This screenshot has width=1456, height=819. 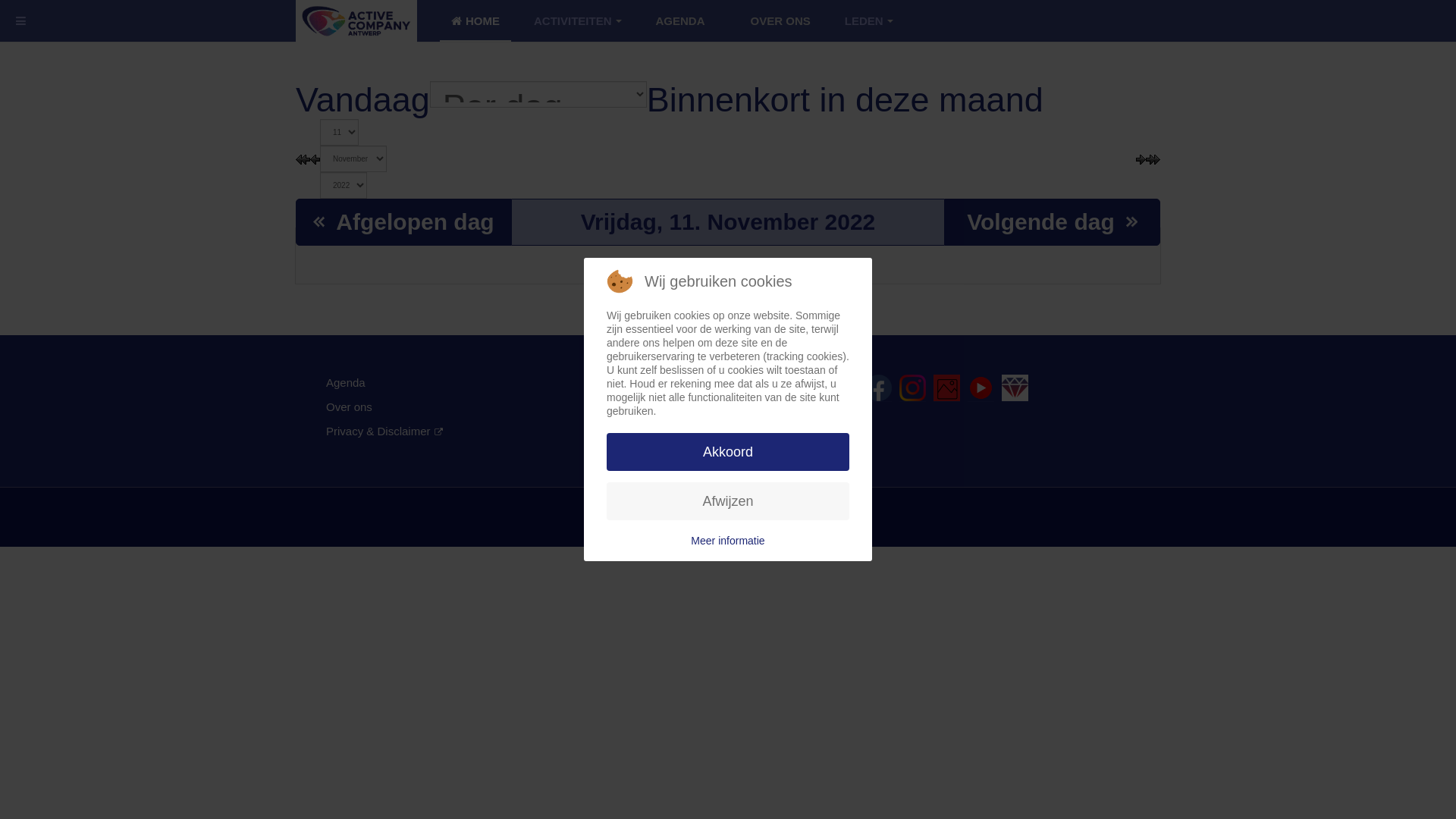 What do you see at coordinates (946, 387) in the screenshot?
I see `'Pictures'` at bounding box center [946, 387].